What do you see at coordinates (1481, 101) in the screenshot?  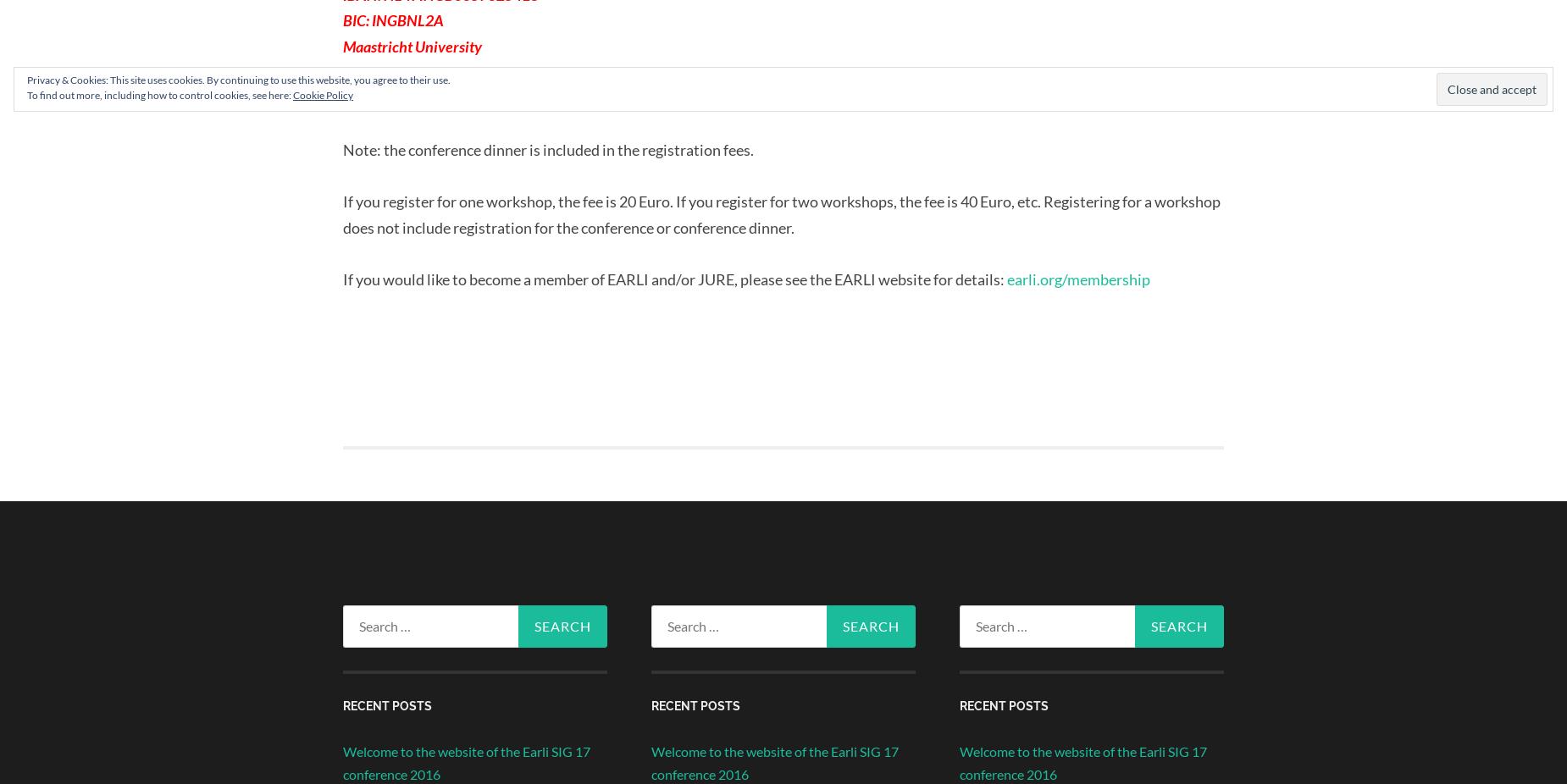 I see `'Follow'` at bounding box center [1481, 101].